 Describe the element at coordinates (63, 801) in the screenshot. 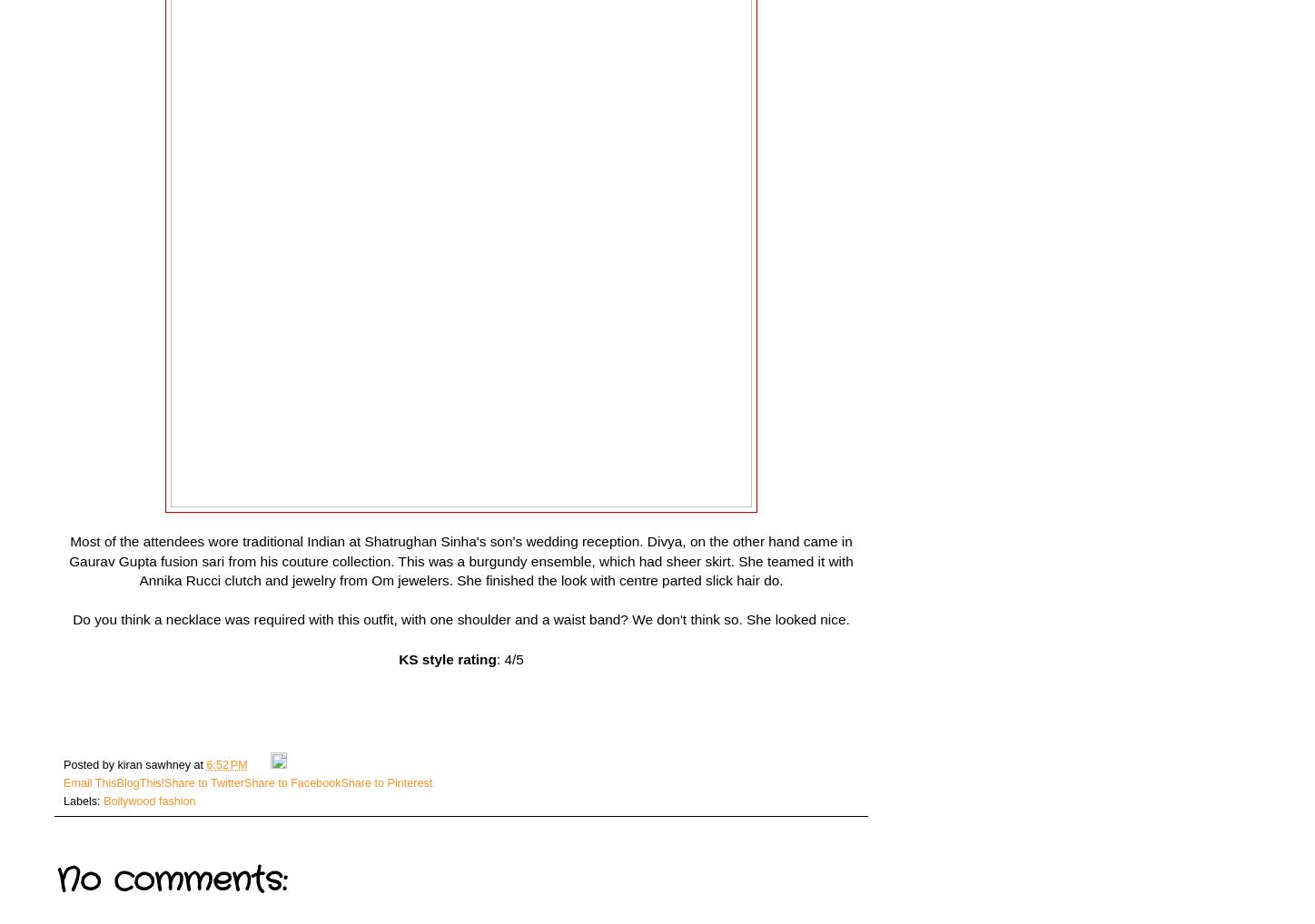

I see `'Labels:'` at that location.